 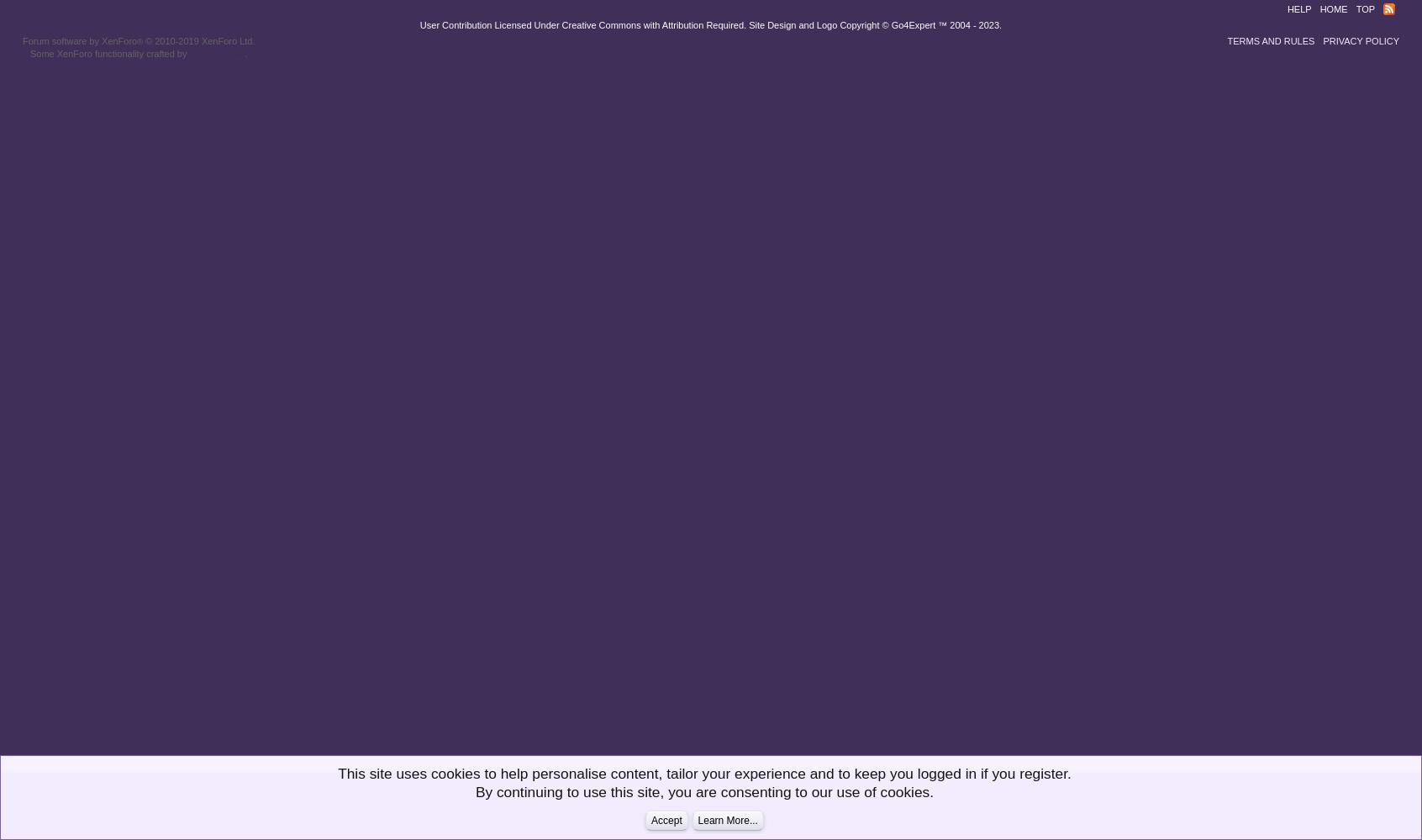 What do you see at coordinates (108, 52) in the screenshot?
I see `'Some XenForo functionality crafted by'` at bounding box center [108, 52].